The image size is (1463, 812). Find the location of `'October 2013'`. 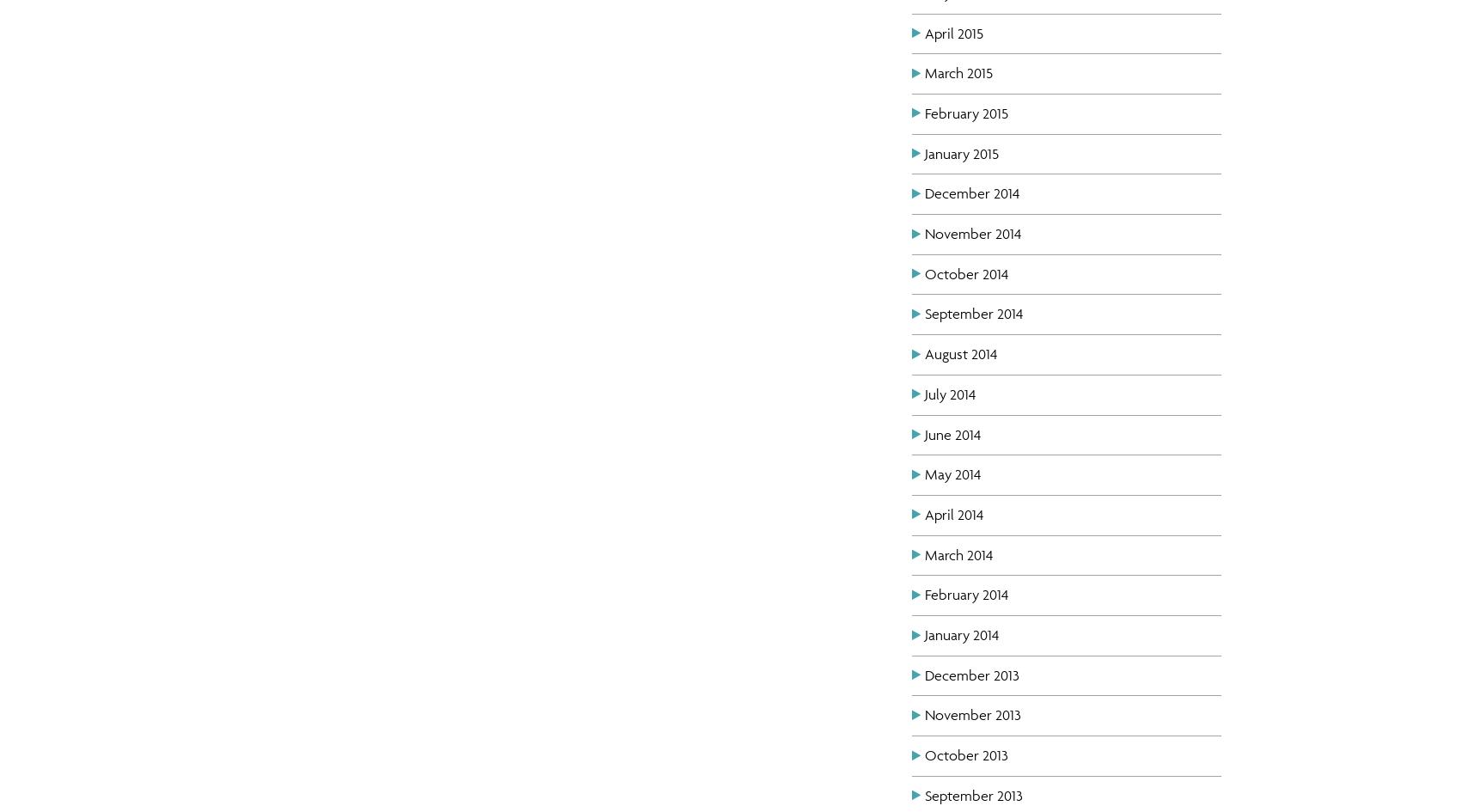

'October 2013' is located at coordinates (965, 754).